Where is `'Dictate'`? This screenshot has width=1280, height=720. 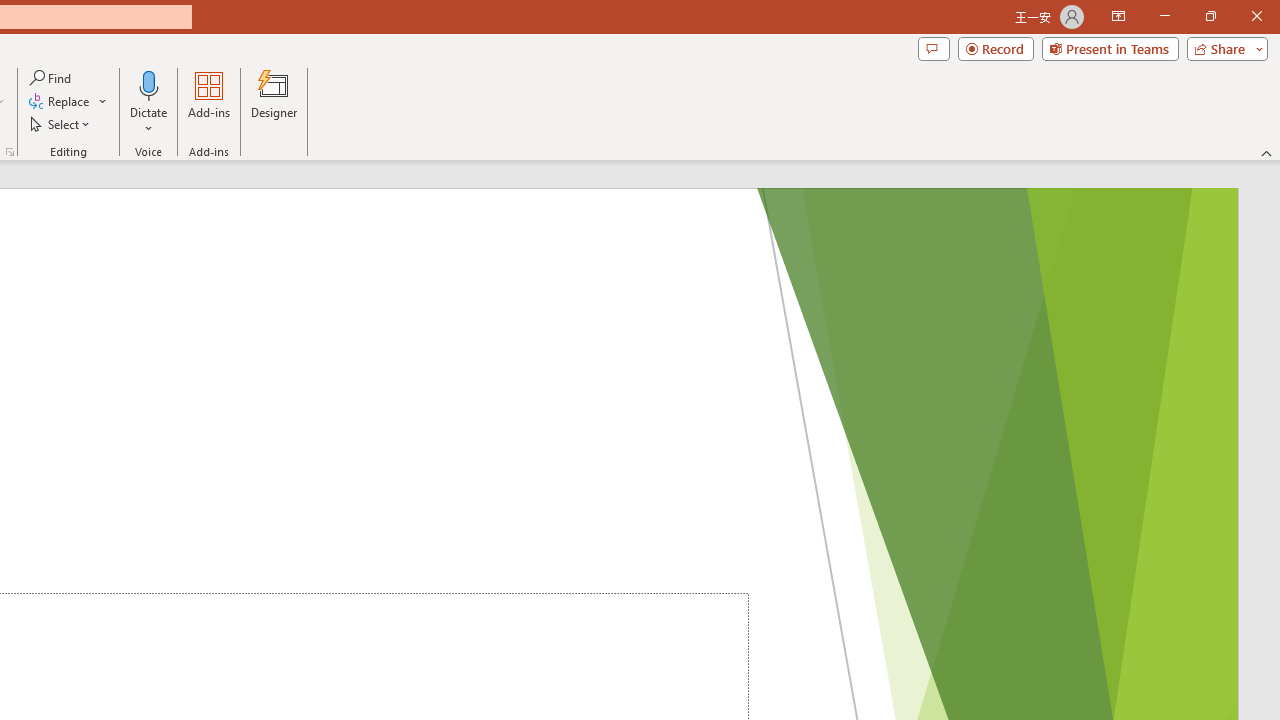 'Dictate' is located at coordinates (148, 103).